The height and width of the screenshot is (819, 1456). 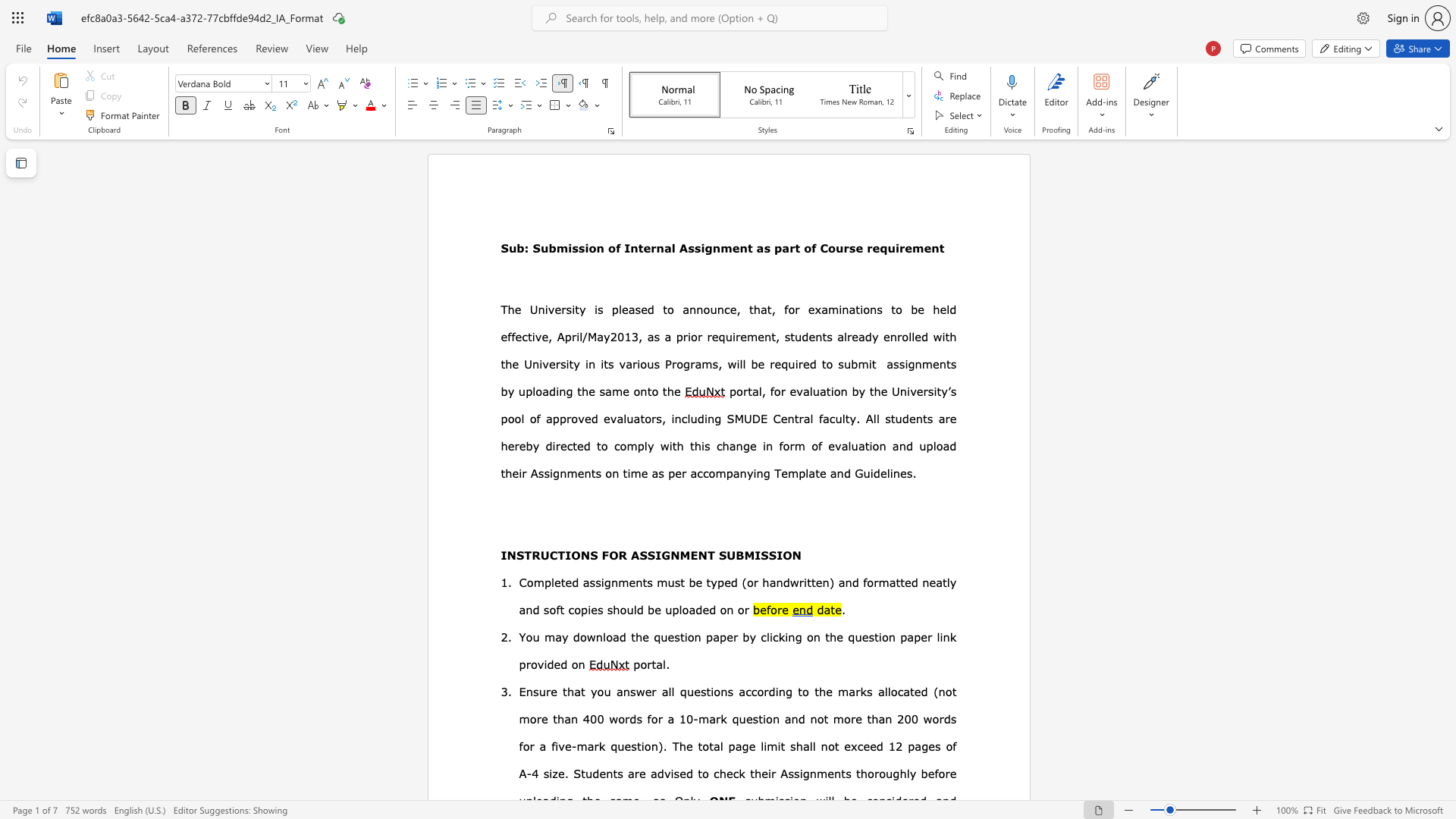 What do you see at coordinates (611, 391) in the screenshot?
I see `the subset text "me onto th" within the text "by uploading the same onto the"` at bounding box center [611, 391].